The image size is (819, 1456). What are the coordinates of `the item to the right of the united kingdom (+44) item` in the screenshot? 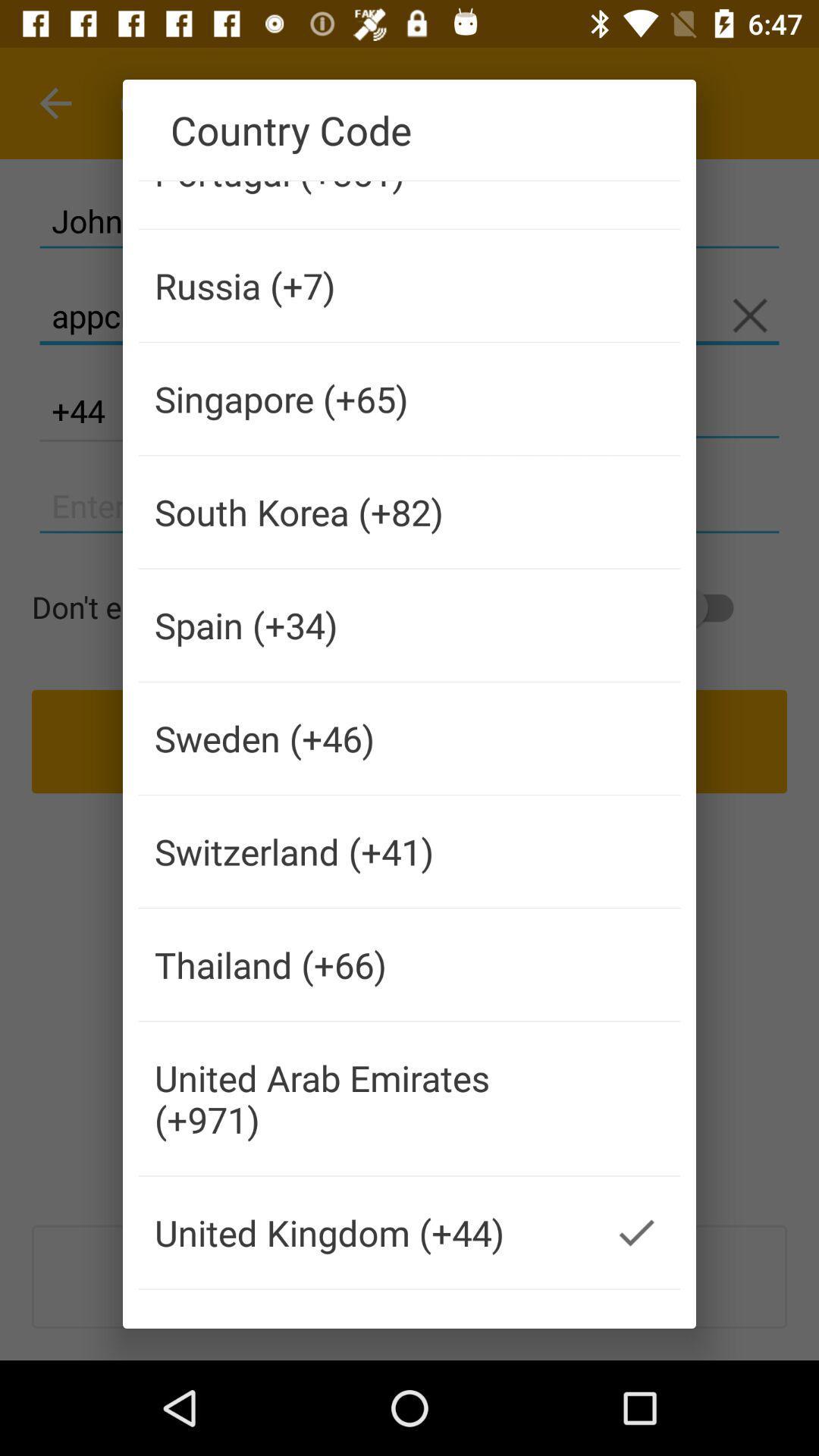 It's located at (636, 1232).